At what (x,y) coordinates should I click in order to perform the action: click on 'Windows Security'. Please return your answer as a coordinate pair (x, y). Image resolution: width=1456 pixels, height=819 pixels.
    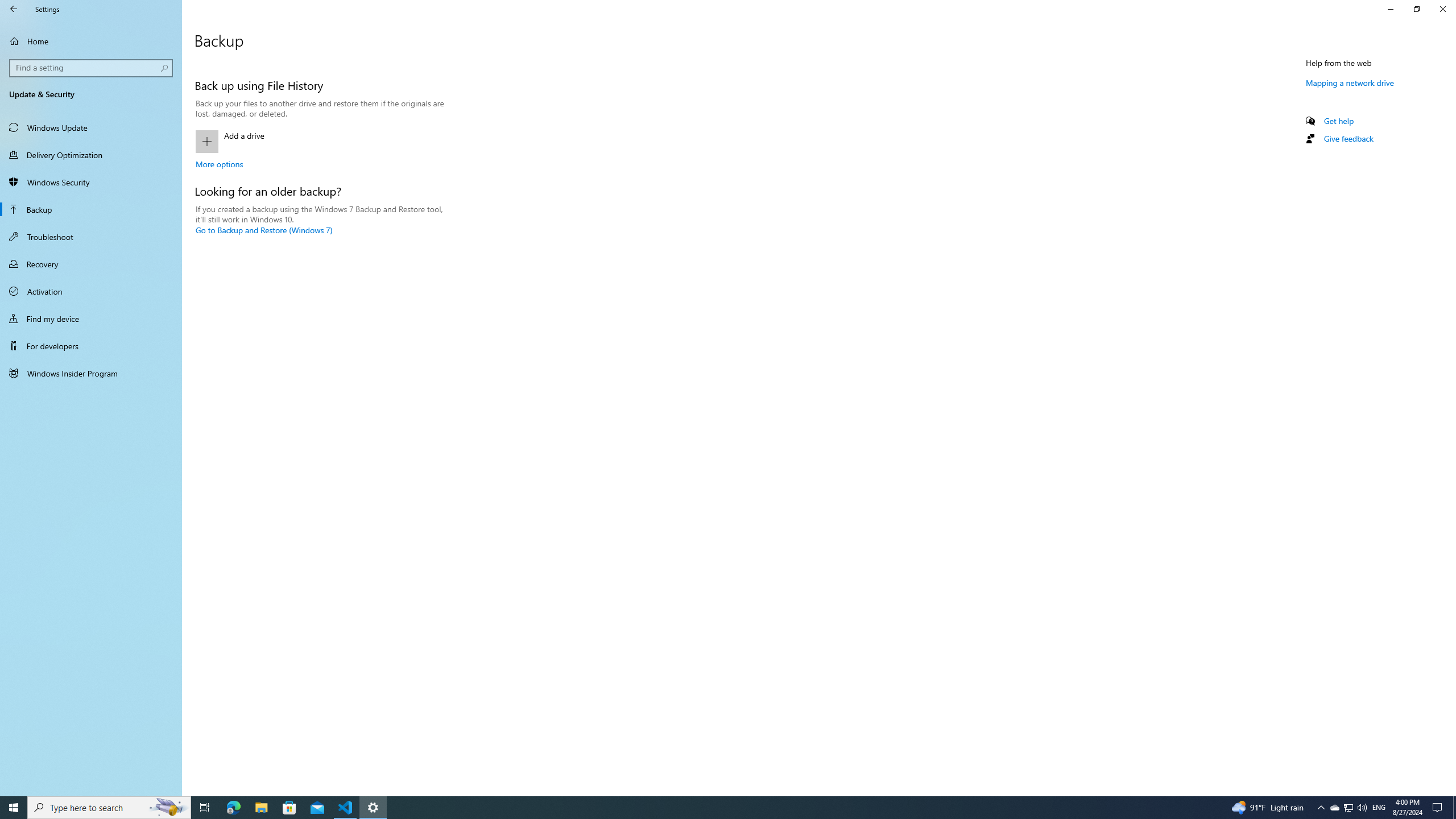
    Looking at the image, I should click on (90, 181).